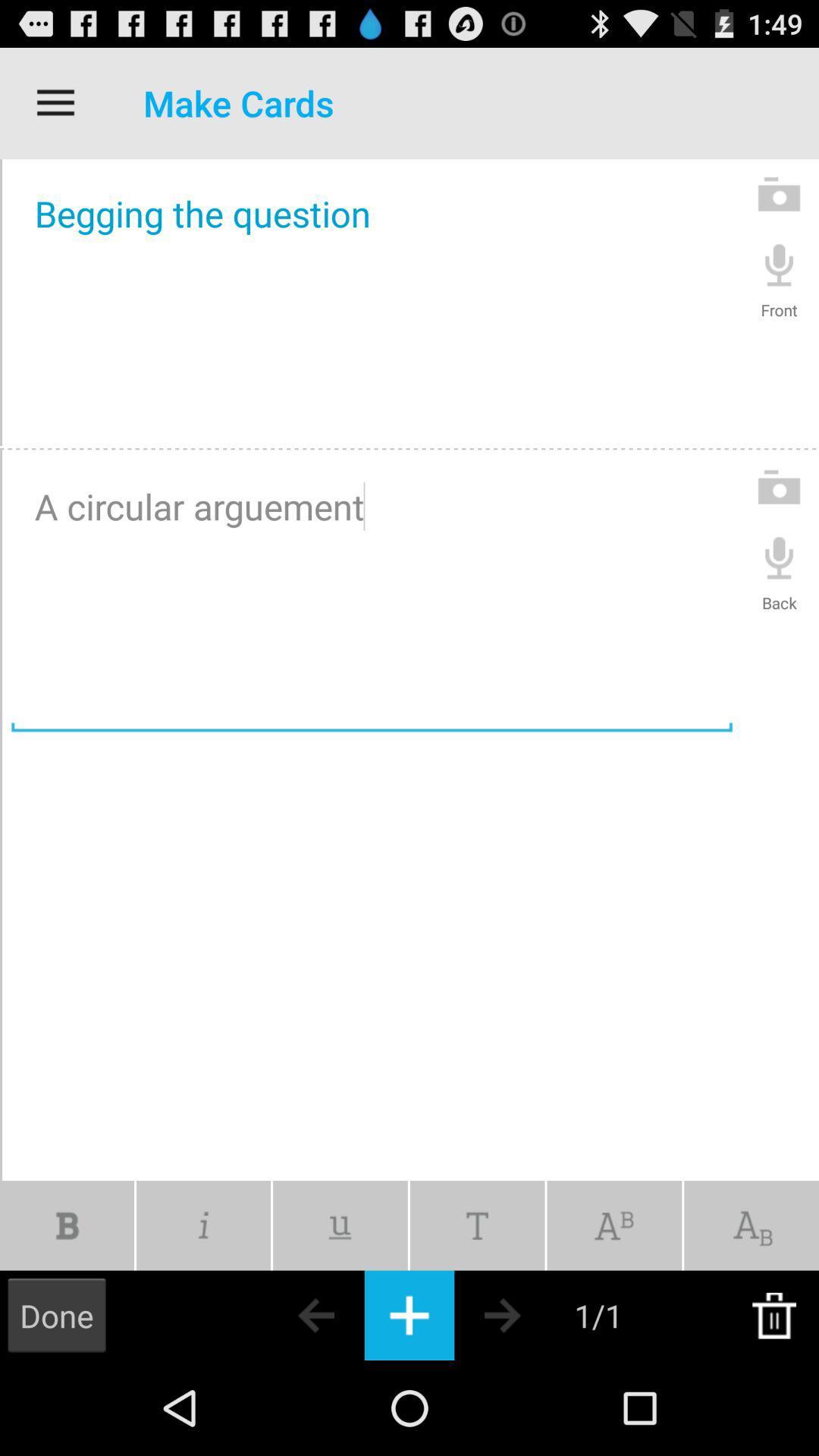 The image size is (819, 1456). I want to click on dictate, so click(779, 556).